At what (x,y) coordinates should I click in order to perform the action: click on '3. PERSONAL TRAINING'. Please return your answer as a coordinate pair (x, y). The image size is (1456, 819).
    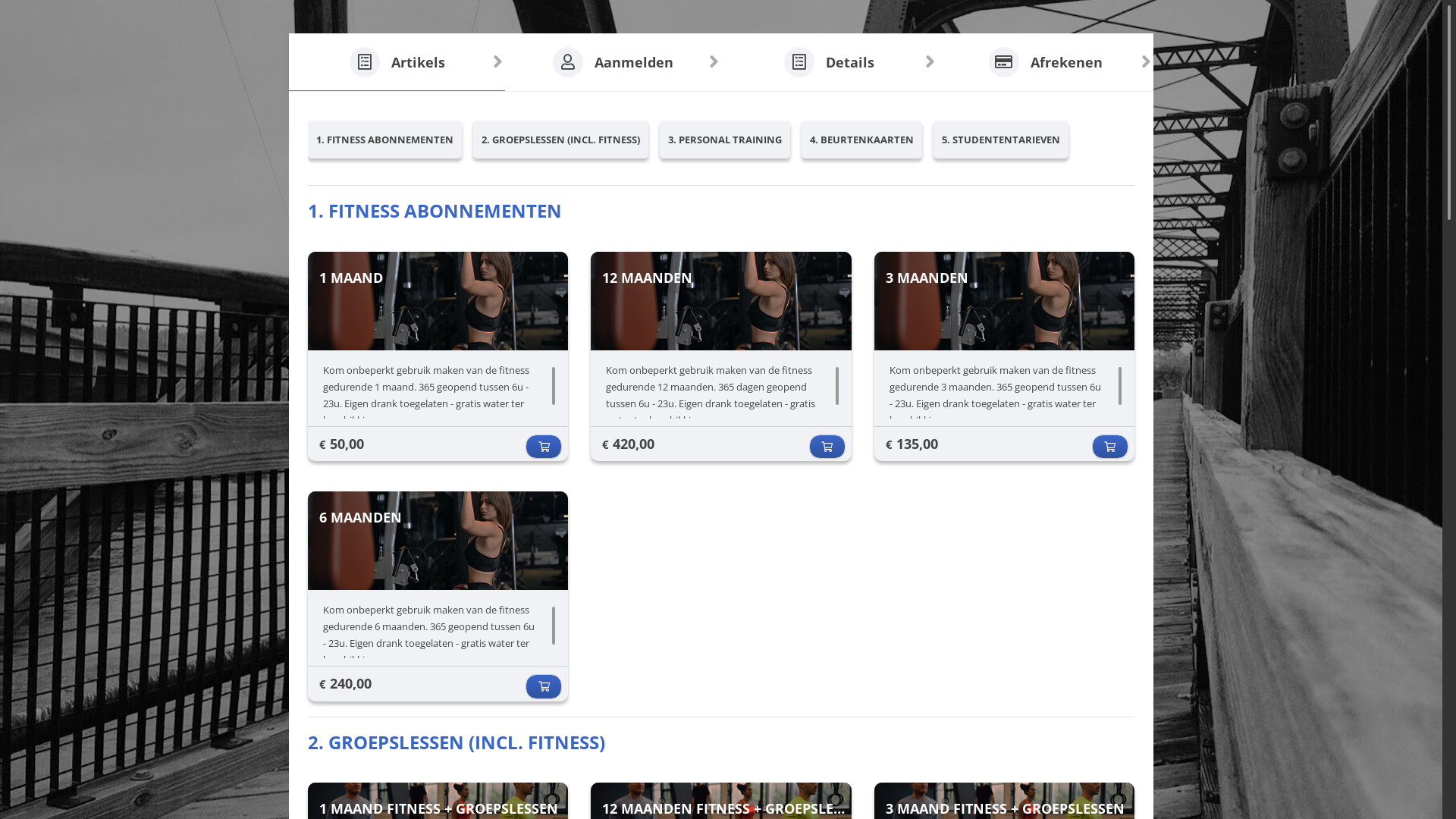
    Looking at the image, I should click on (723, 140).